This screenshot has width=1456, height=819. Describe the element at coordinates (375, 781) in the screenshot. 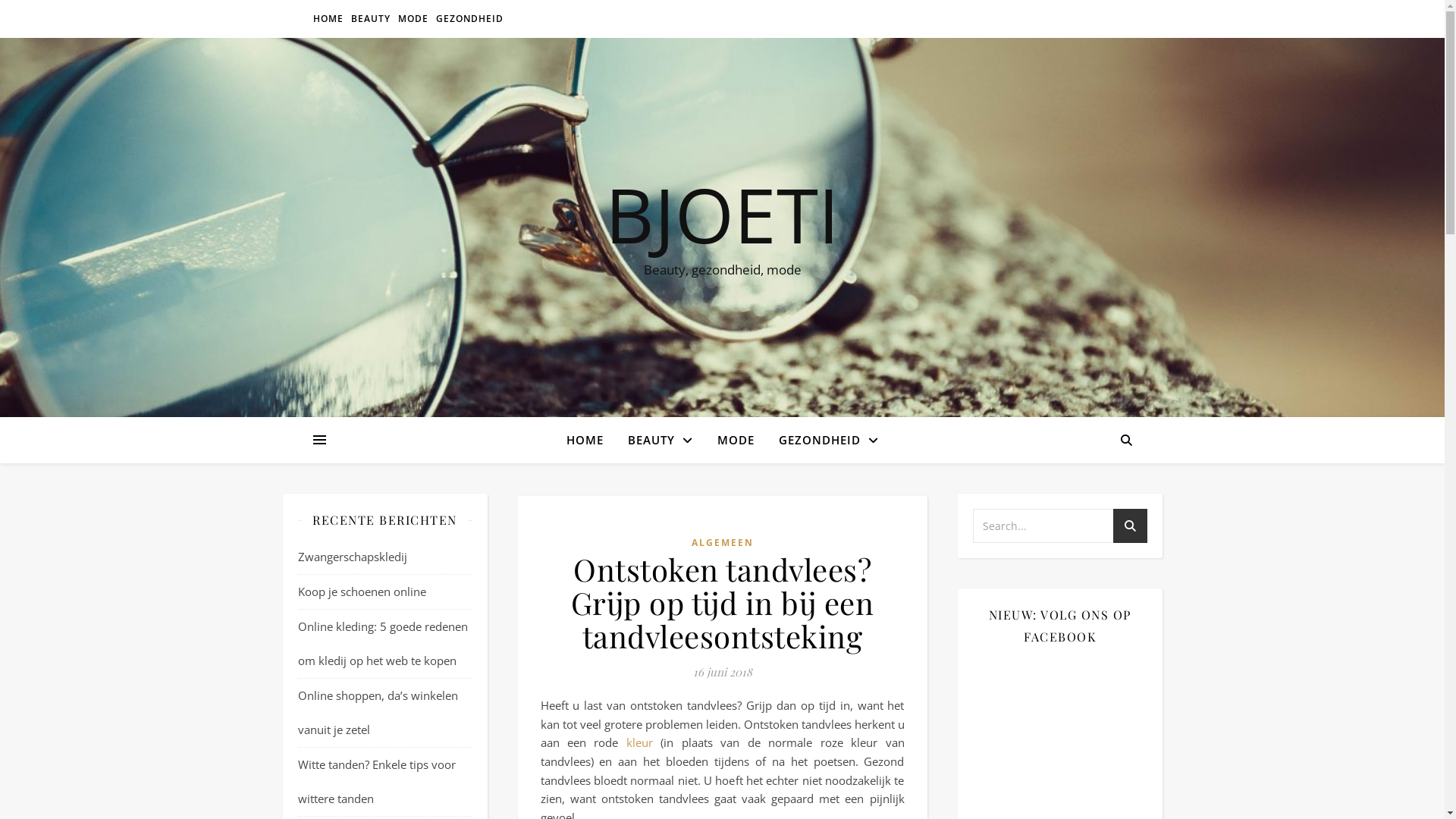

I see `'Witte tanden? Enkele tips voor wittere tanden'` at that location.